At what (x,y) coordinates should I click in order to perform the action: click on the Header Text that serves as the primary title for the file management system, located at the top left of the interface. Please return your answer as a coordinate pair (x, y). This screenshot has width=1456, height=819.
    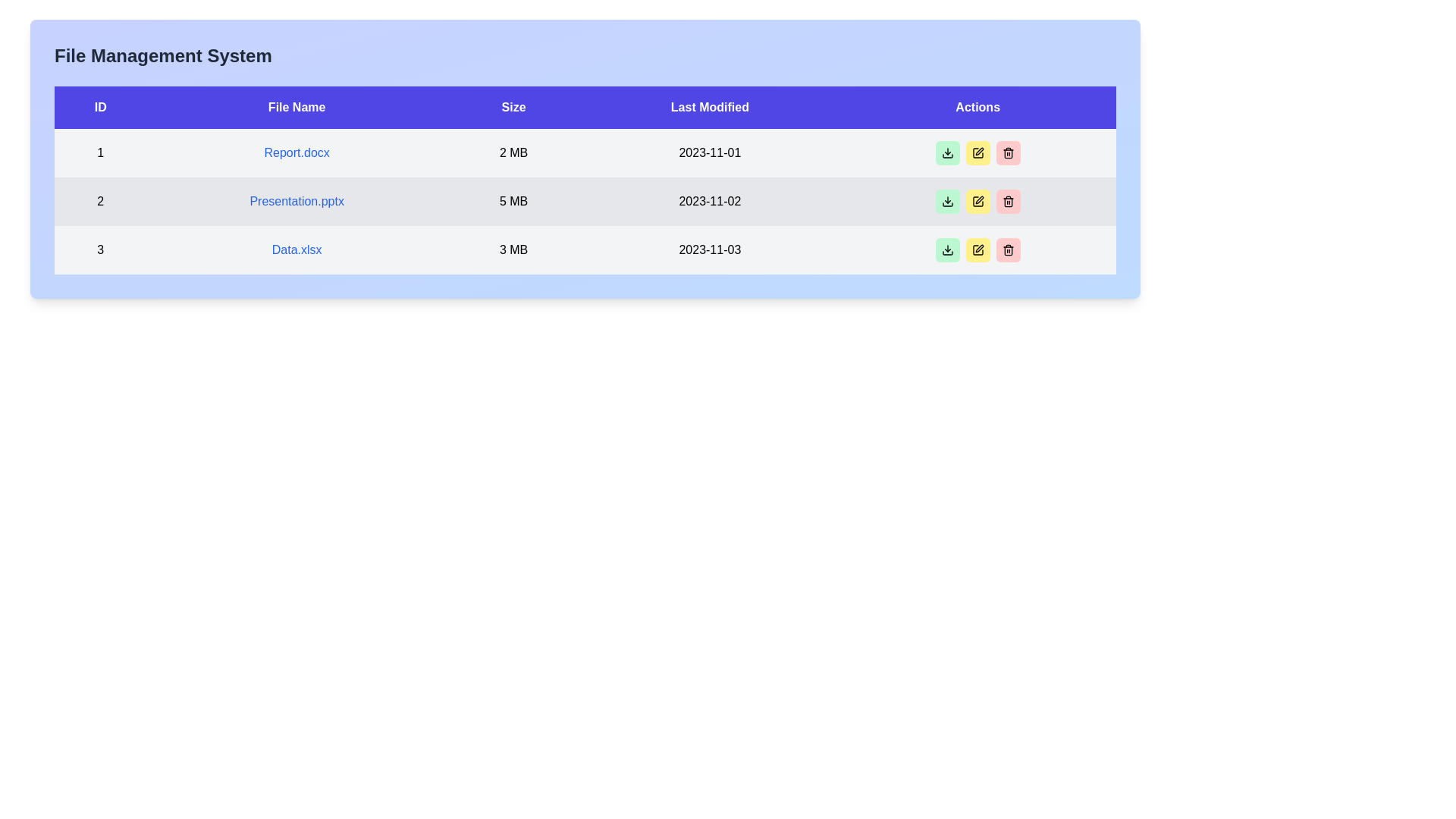
    Looking at the image, I should click on (163, 55).